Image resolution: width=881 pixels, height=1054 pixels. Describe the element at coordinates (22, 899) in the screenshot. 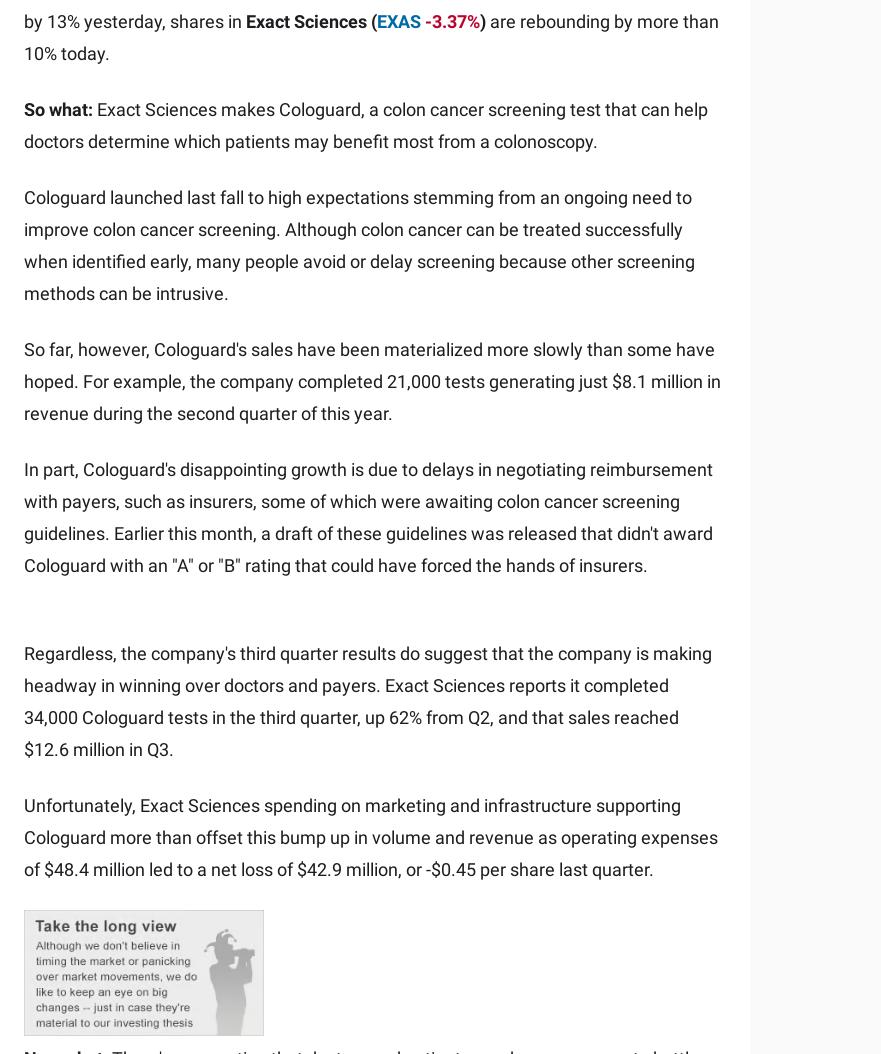

I see `'Copyright, Trademark and Patent Information'` at that location.